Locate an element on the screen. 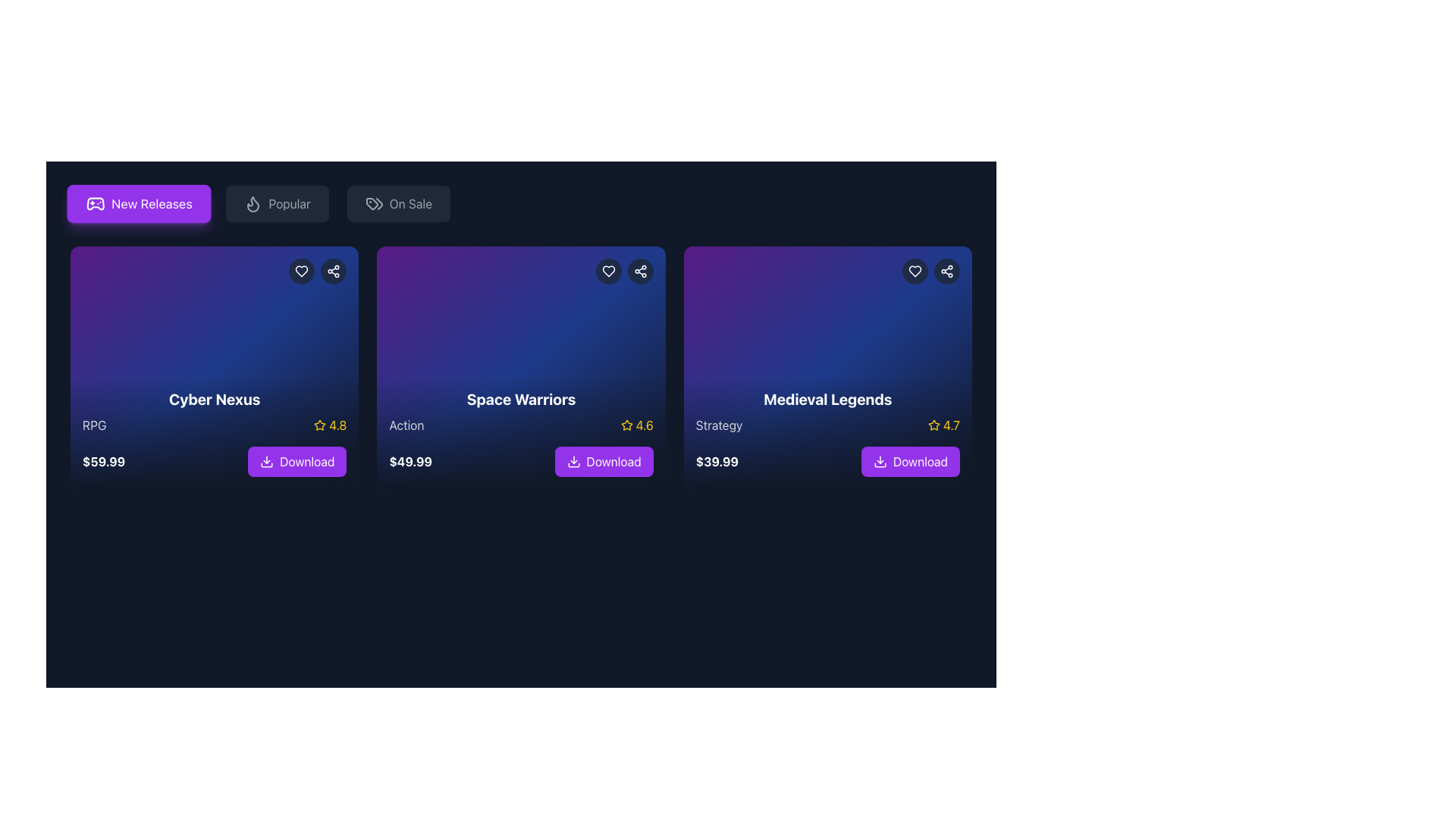 Image resolution: width=1456 pixels, height=819 pixels. the heart-shaped icon in the top-right corner of the 'Cyber Nexus' card to favorite the item is located at coordinates (302, 271).